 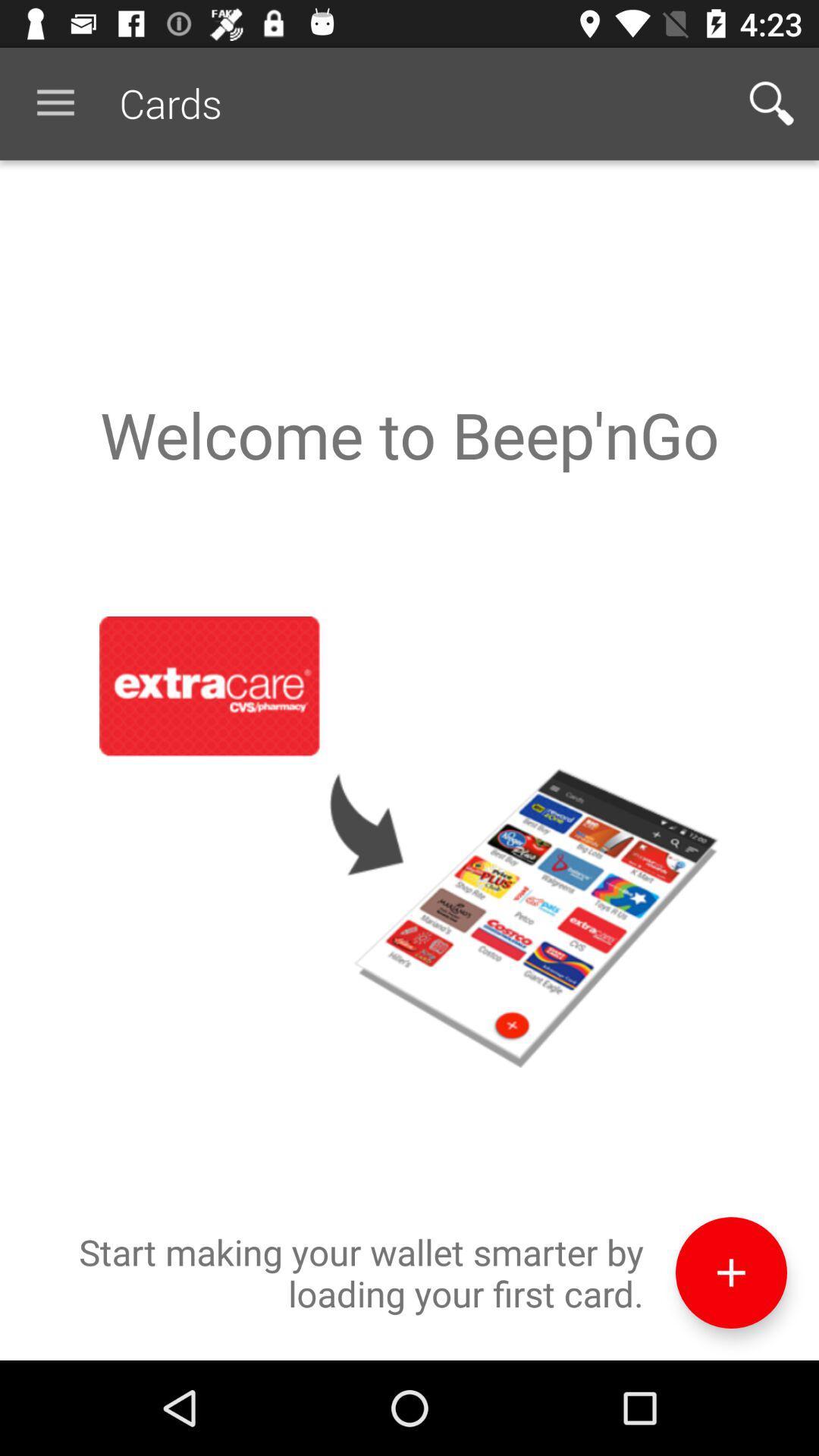 What do you see at coordinates (771, 102) in the screenshot?
I see `the app next to the cards icon` at bounding box center [771, 102].